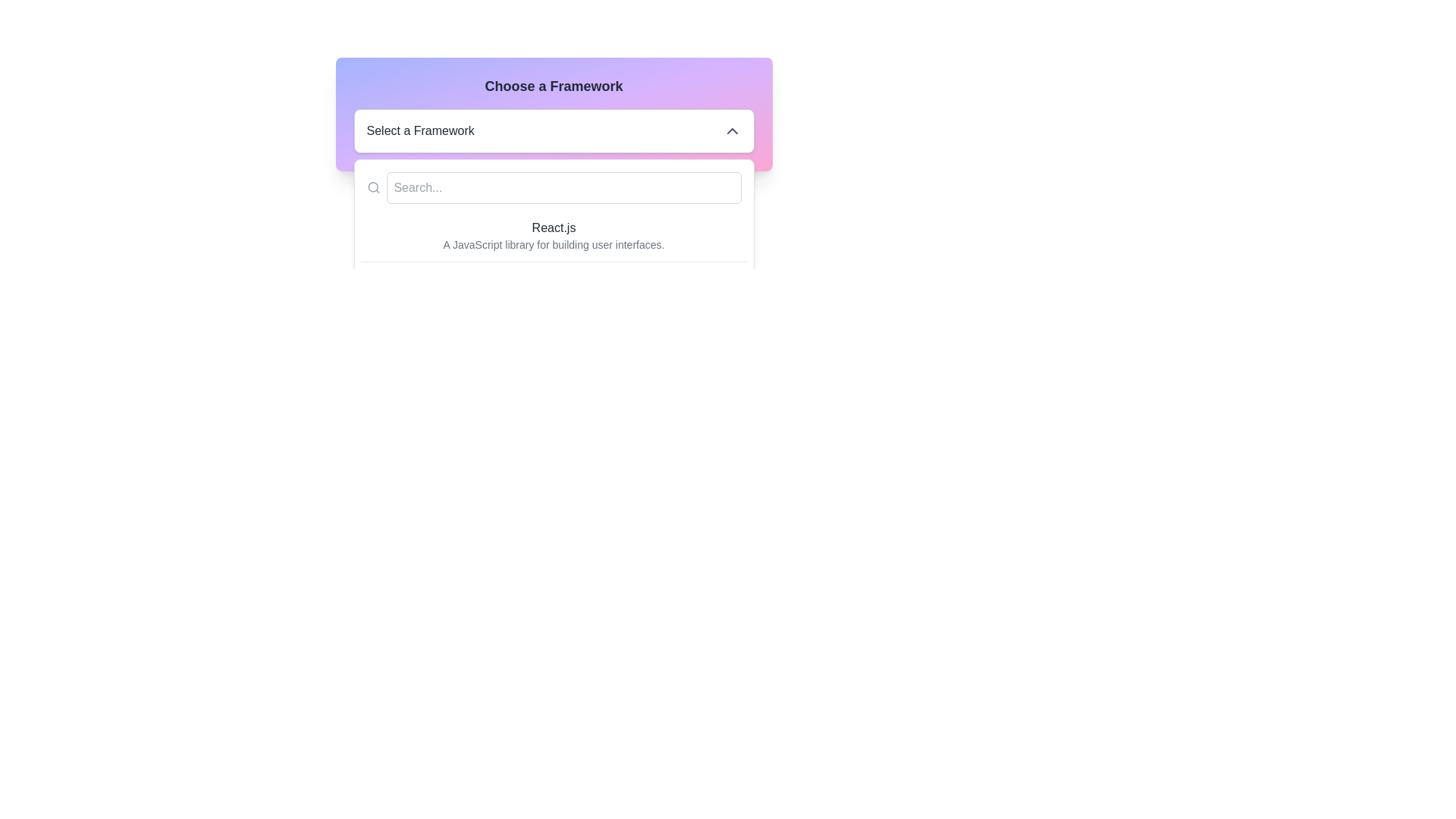 The height and width of the screenshot is (819, 1456). What do you see at coordinates (553, 113) in the screenshot?
I see `the dropdown menu labeled 'Choose a Framework'` at bounding box center [553, 113].